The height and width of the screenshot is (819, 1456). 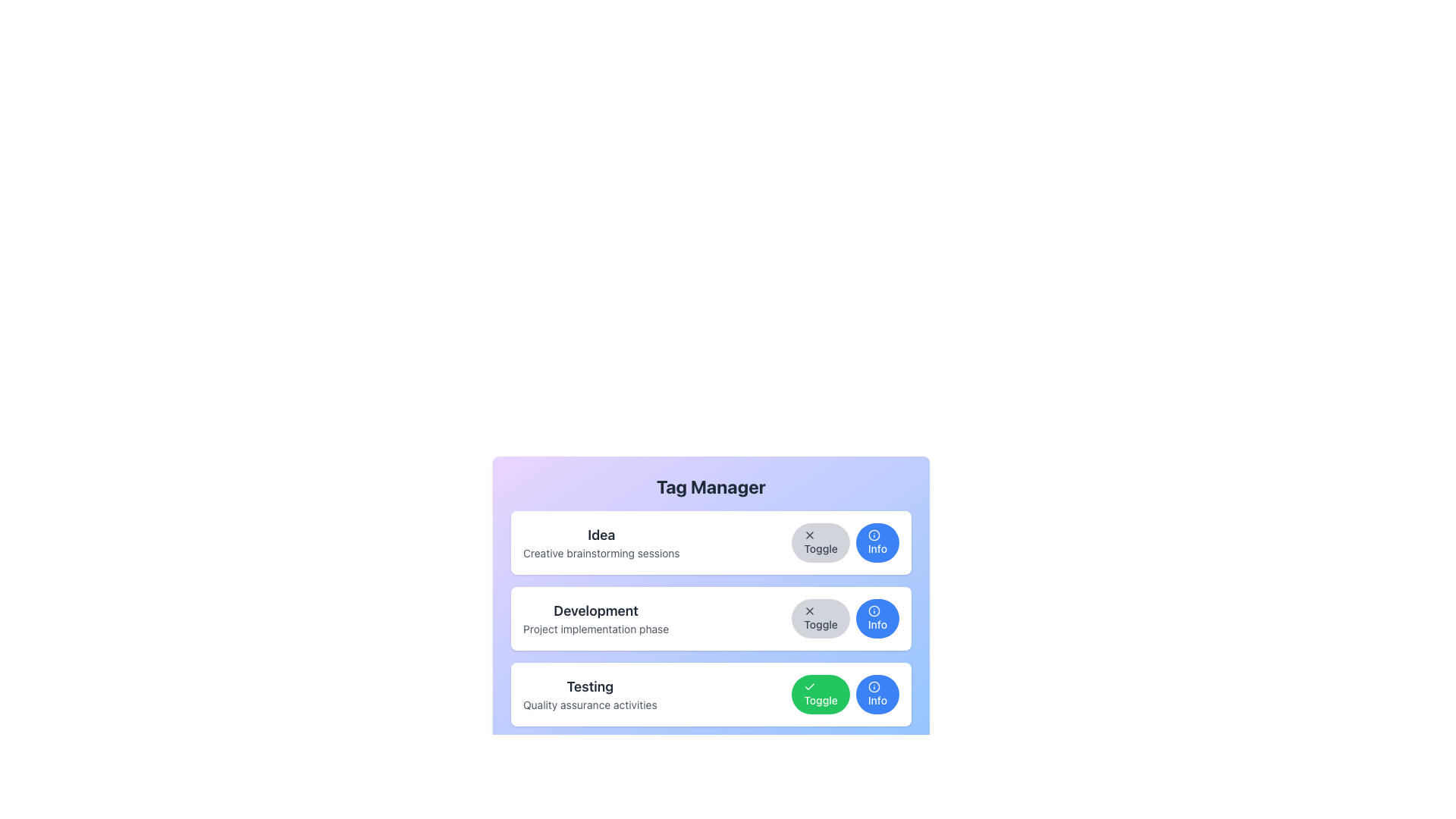 I want to click on the Information Icon located at the rightmost end of the first row under the 'Idea' label, so click(x=874, y=534).